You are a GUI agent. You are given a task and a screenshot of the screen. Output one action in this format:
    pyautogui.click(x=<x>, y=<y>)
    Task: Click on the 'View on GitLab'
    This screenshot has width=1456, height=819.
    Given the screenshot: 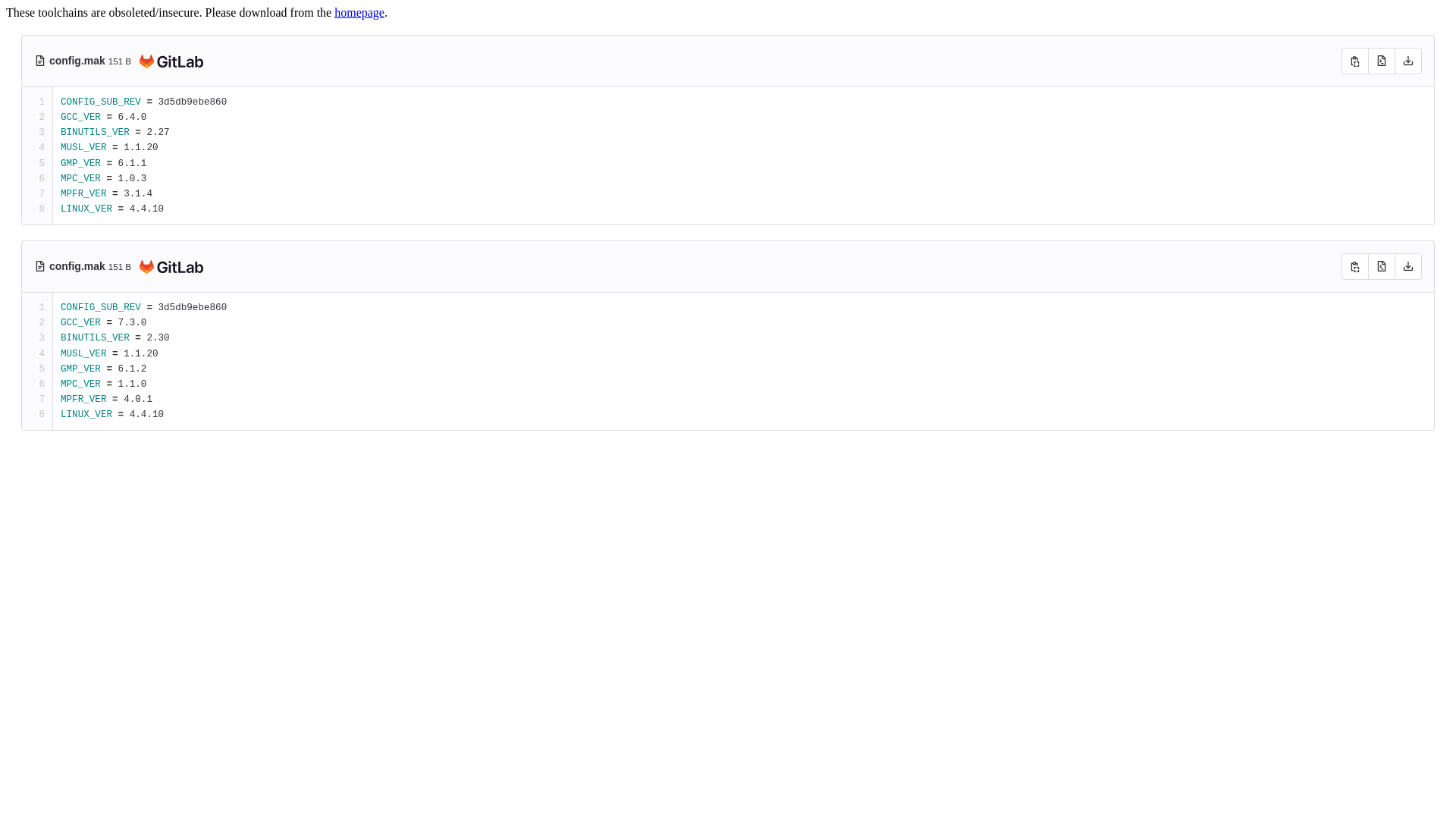 What is the action you would take?
    pyautogui.click(x=168, y=61)
    